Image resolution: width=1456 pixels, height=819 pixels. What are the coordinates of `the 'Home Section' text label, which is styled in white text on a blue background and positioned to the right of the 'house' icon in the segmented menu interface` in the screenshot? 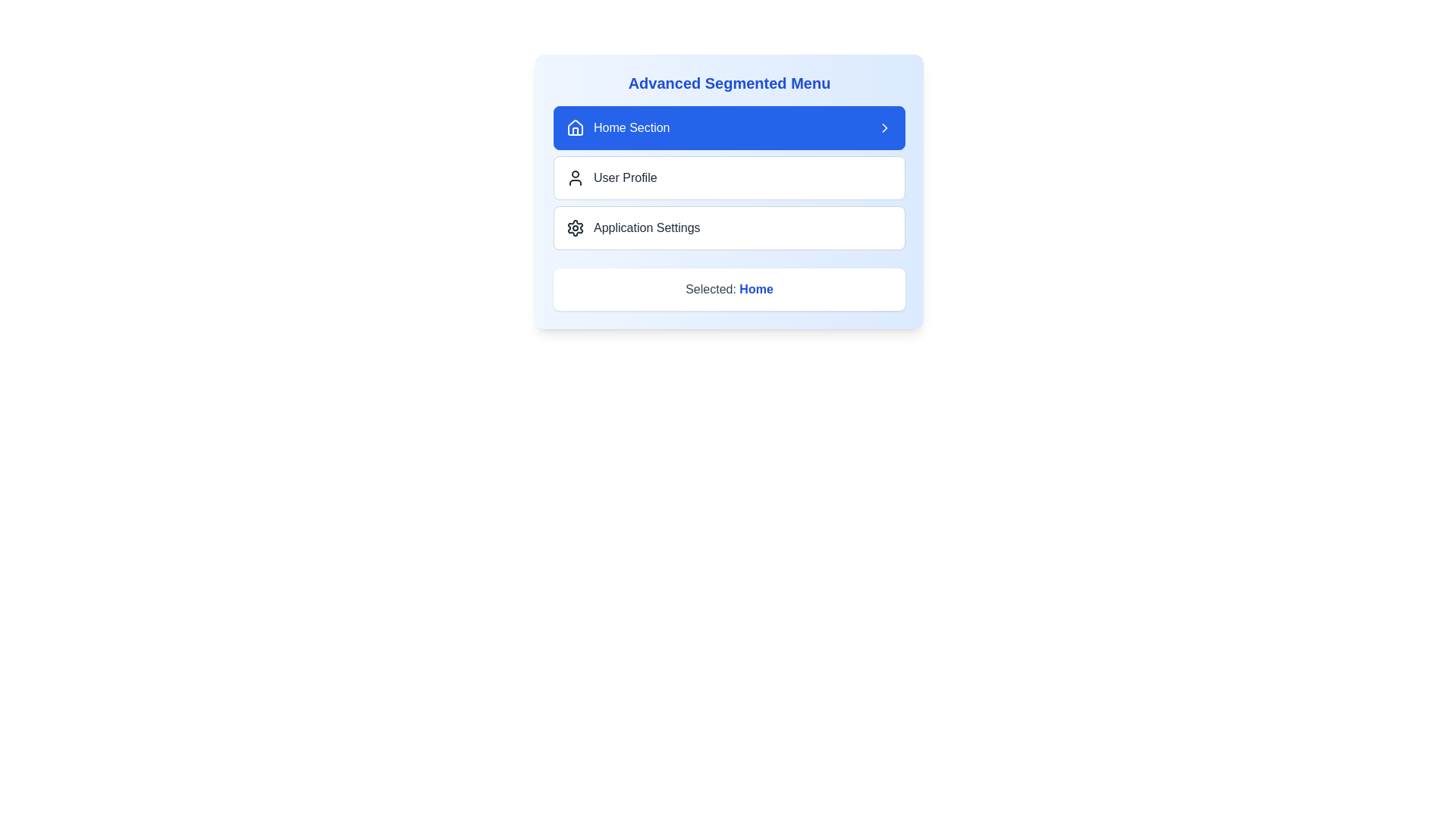 It's located at (632, 127).